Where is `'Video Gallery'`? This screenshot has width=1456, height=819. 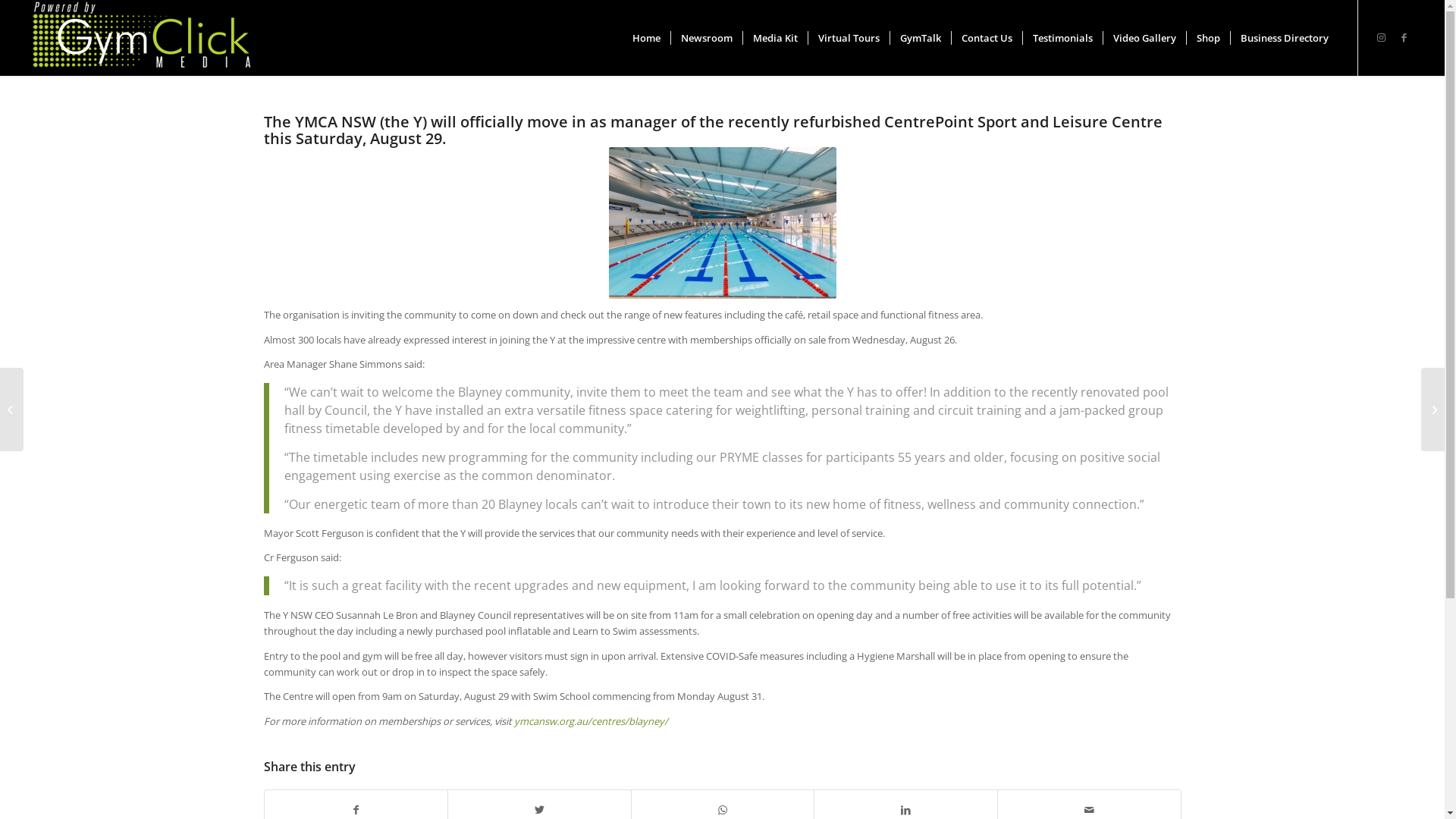 'Video Gallery' is located at coordinates (1144, 37).